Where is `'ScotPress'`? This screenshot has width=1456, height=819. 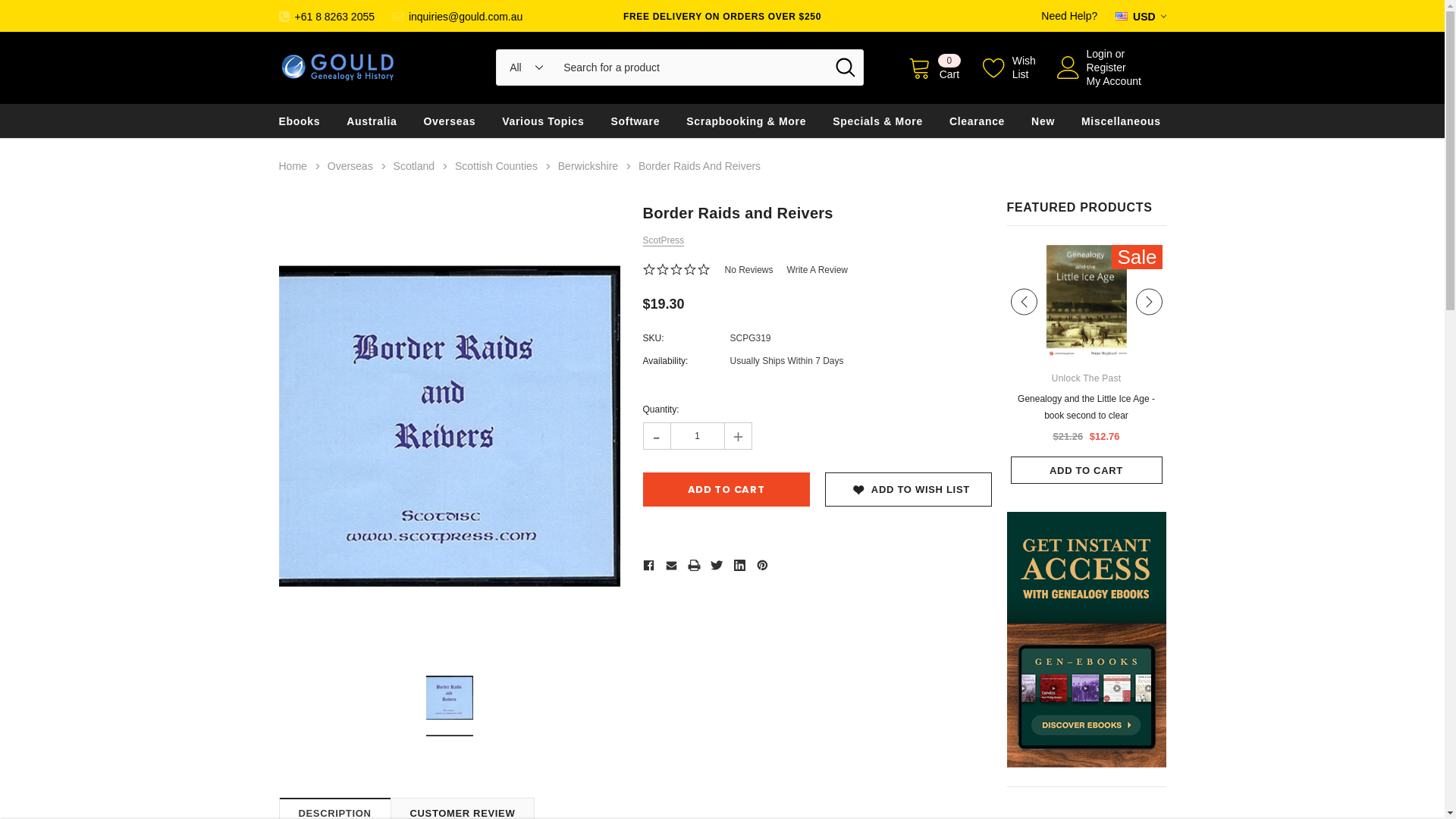 'ScotPress' is located at coordinates (664, 239).